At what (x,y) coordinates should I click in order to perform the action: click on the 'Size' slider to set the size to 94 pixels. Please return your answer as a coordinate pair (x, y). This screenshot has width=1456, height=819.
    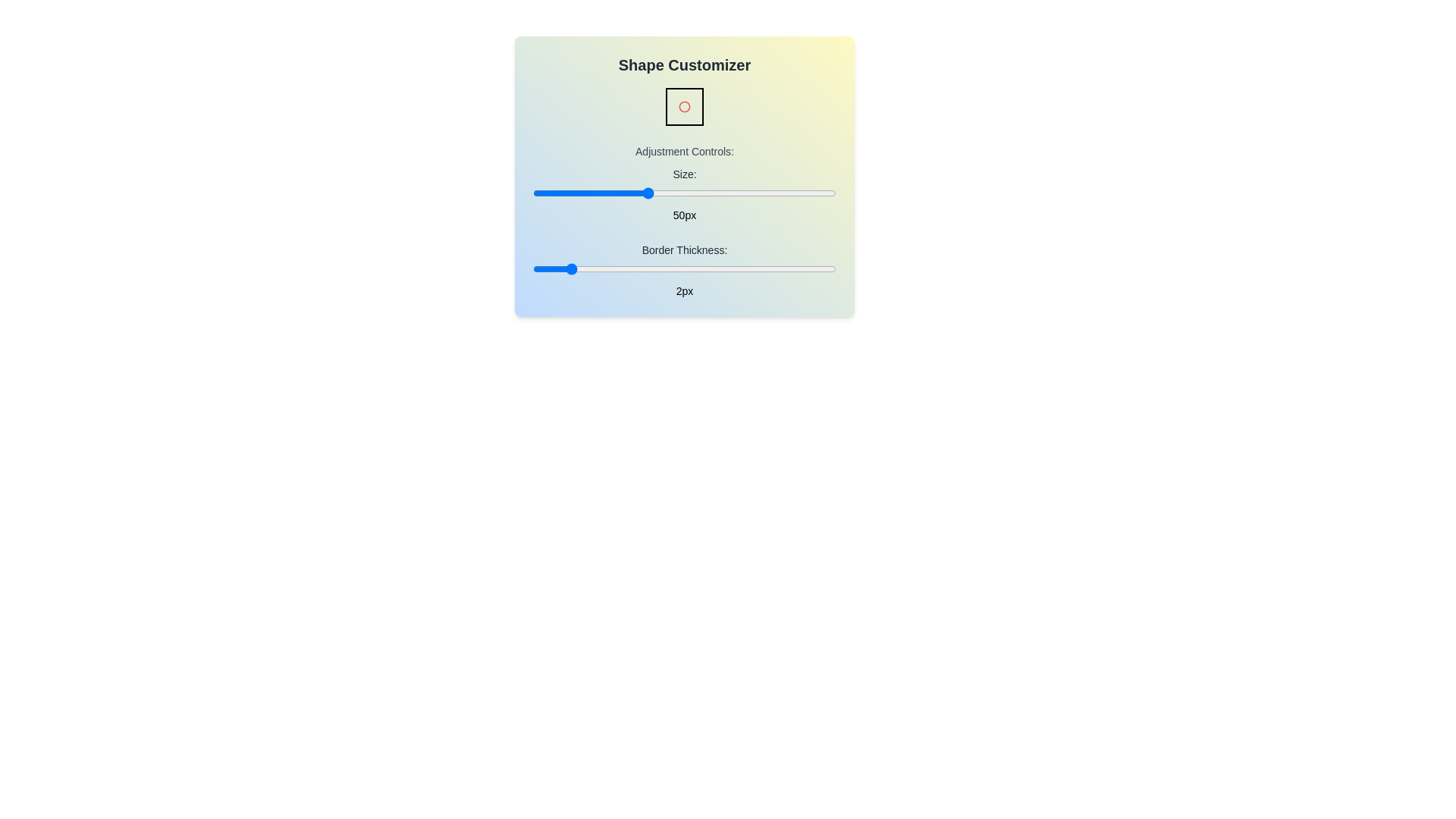
    Looking at the image, I should click on (813, 192).